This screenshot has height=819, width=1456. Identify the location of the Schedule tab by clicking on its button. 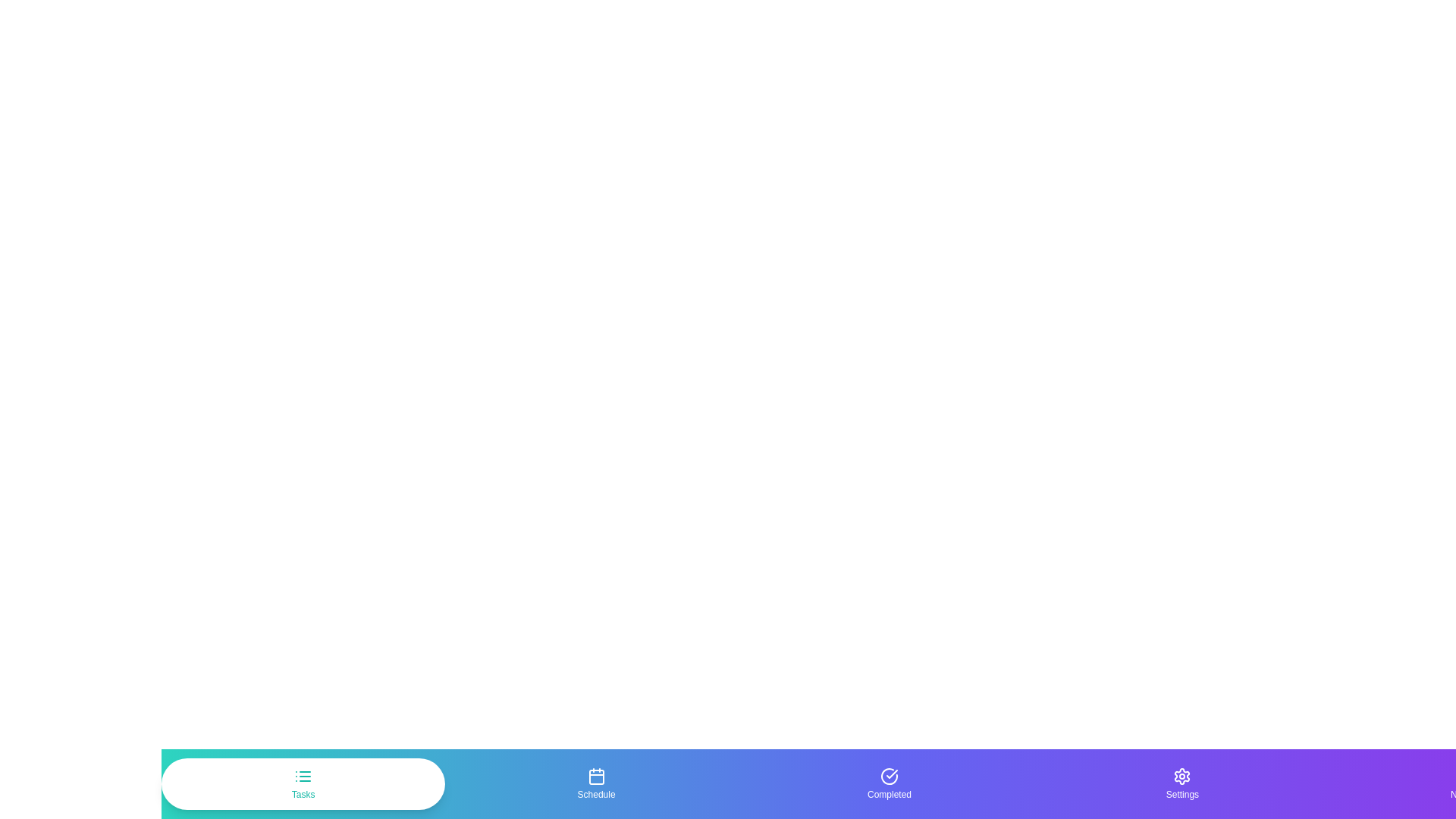
(595, 783).